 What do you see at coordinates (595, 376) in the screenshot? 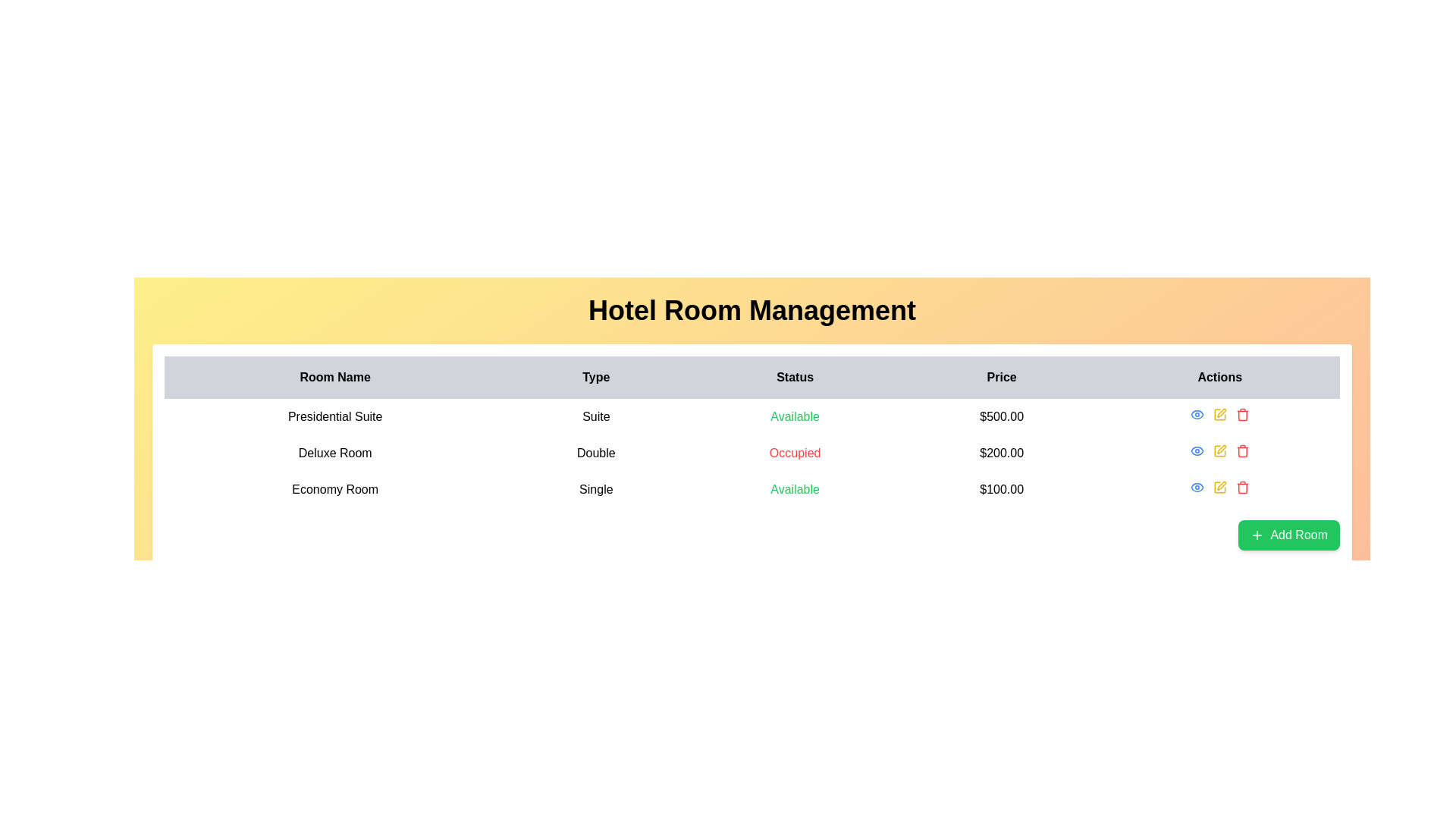
I see `displayed text in the 'Type' table header, which is styled with a bold black font and is part of a gray horizontal bar, located between 'Room Name' and 'Status'` at bounding box center [595, 376].